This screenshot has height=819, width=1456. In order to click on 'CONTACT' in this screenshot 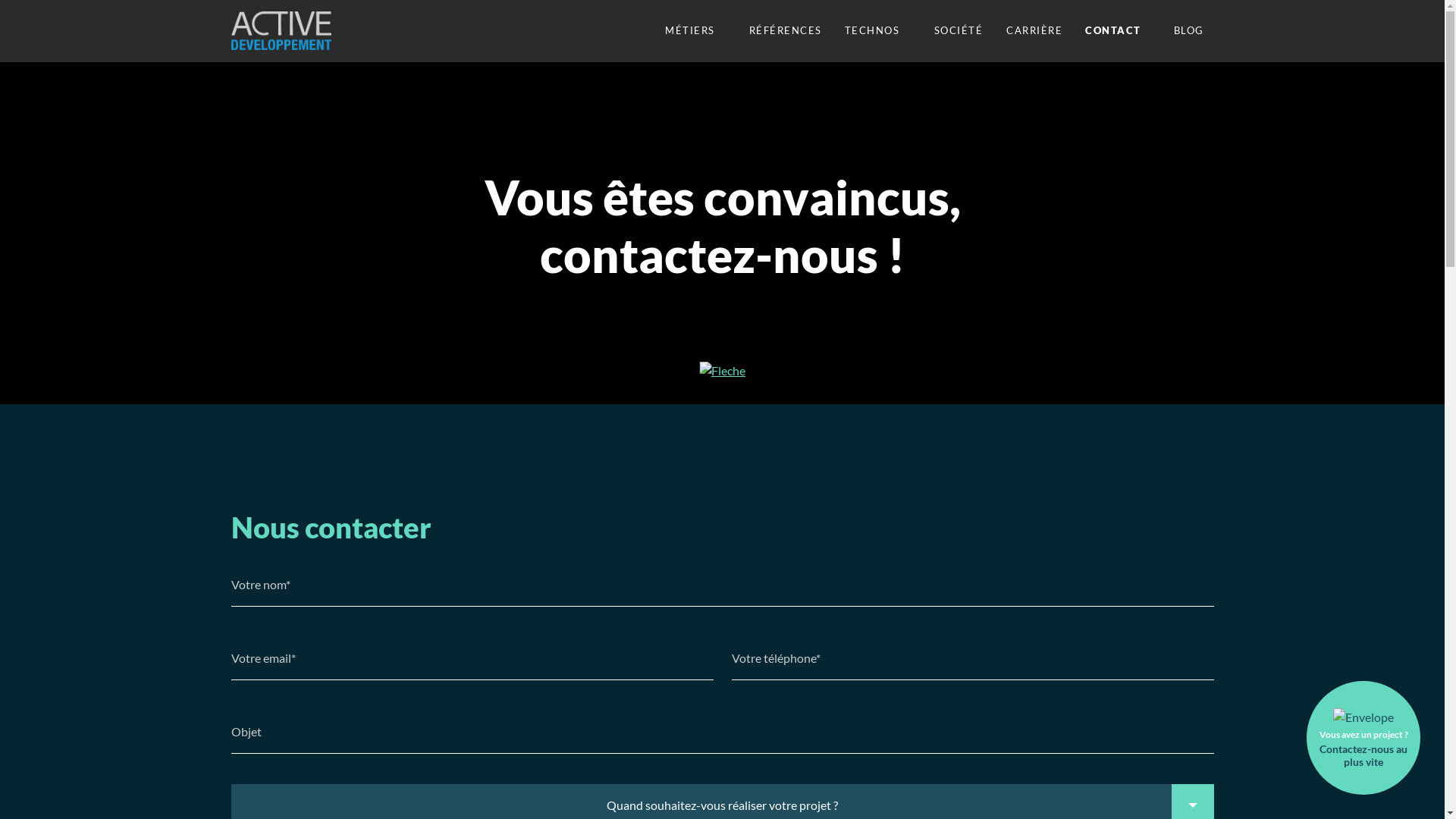, I will do `click(1113, 30)`.